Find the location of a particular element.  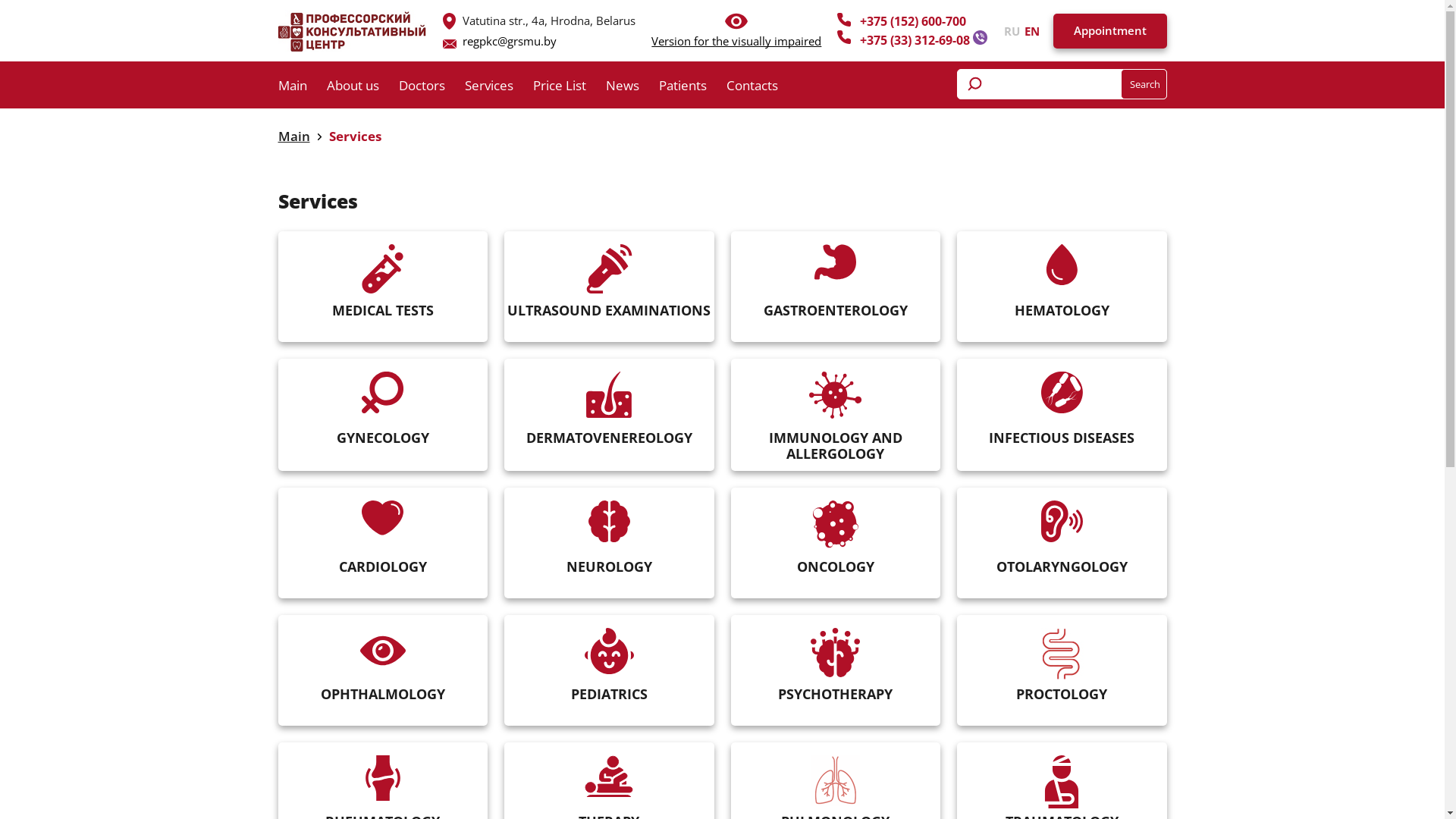

'HEMATOLOGY' is located at coordinates (956, 287).